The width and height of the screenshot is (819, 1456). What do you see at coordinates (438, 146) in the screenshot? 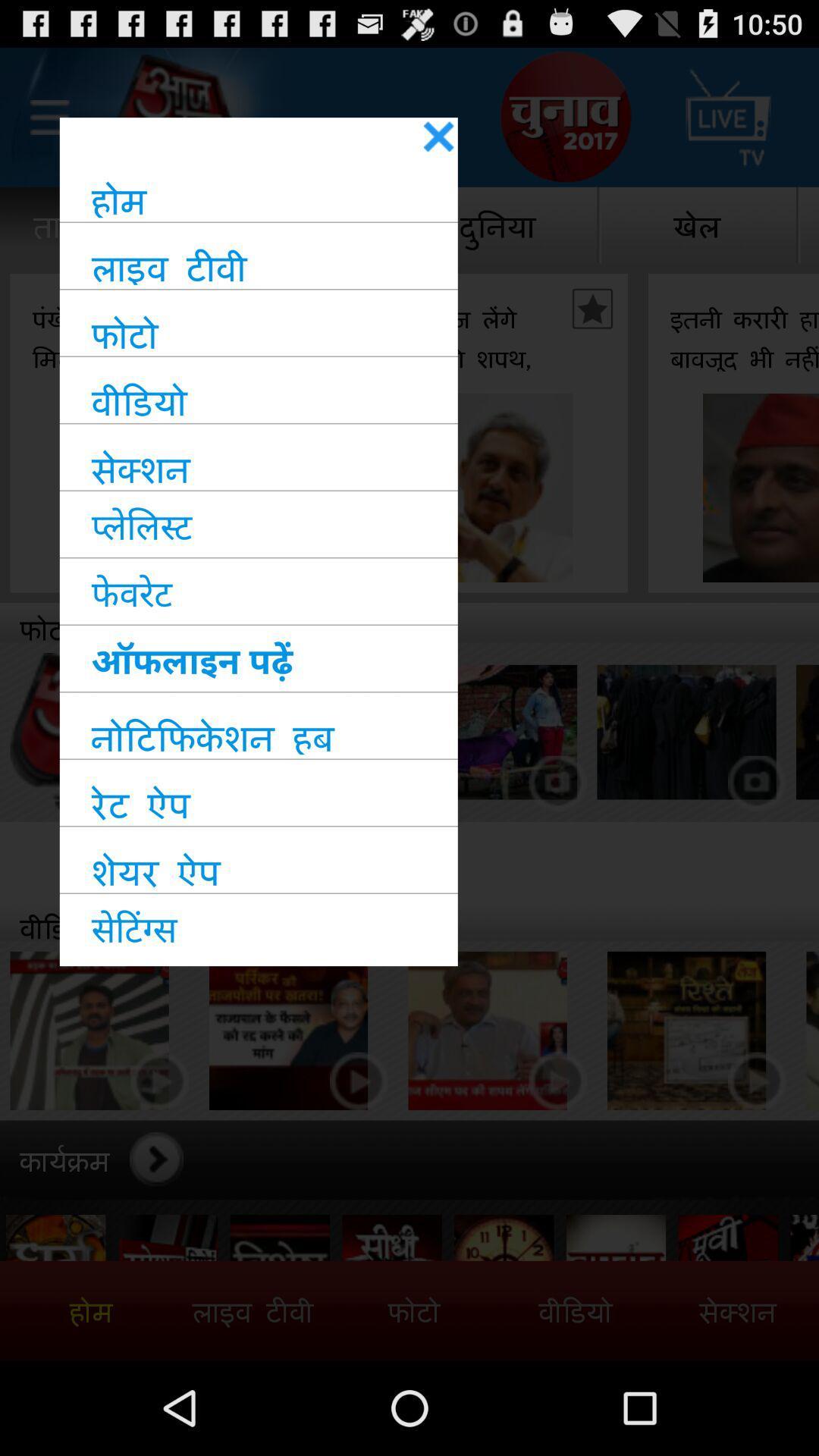
I see `the close icon` at bounding box center [438, 146].